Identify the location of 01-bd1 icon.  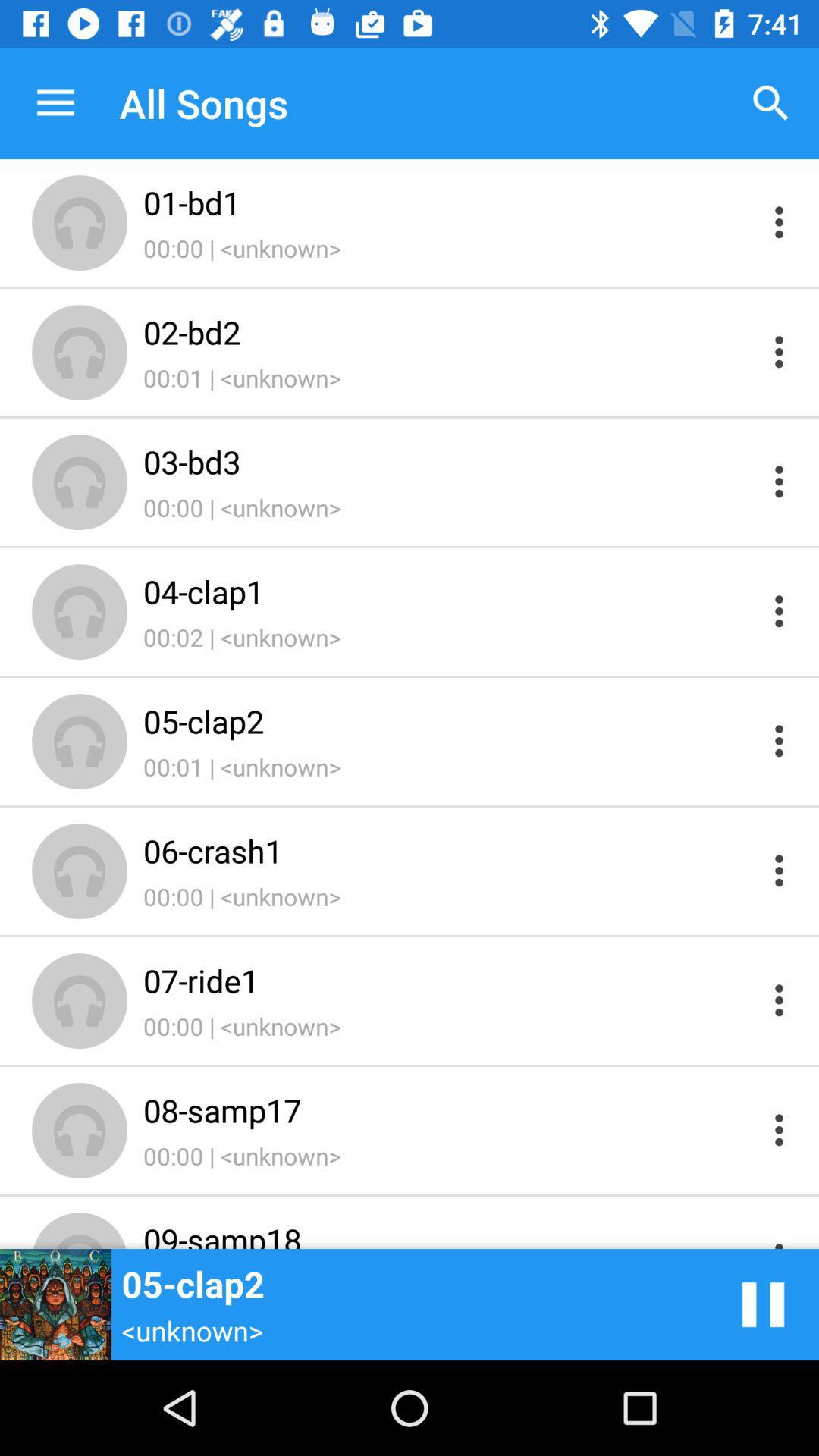
(448, 202).